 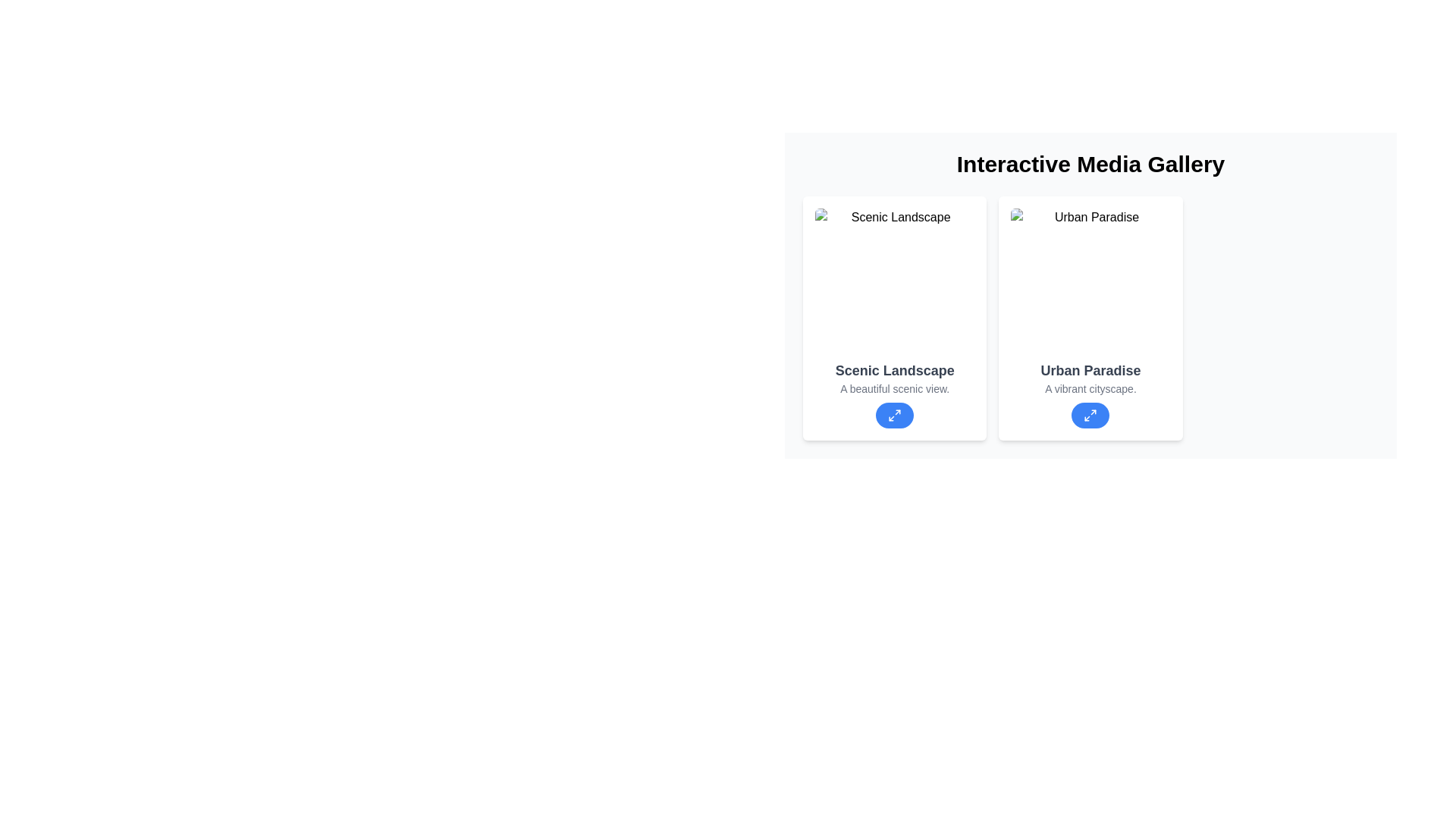 What do you see at coordinates (1090, 318) in the screenshot?
I see `the display card titled 'Urban Paradise', which is the second card in the two-column grid layout within the 'Interactive Media Gallery'` at bounding box center [1090, 318].